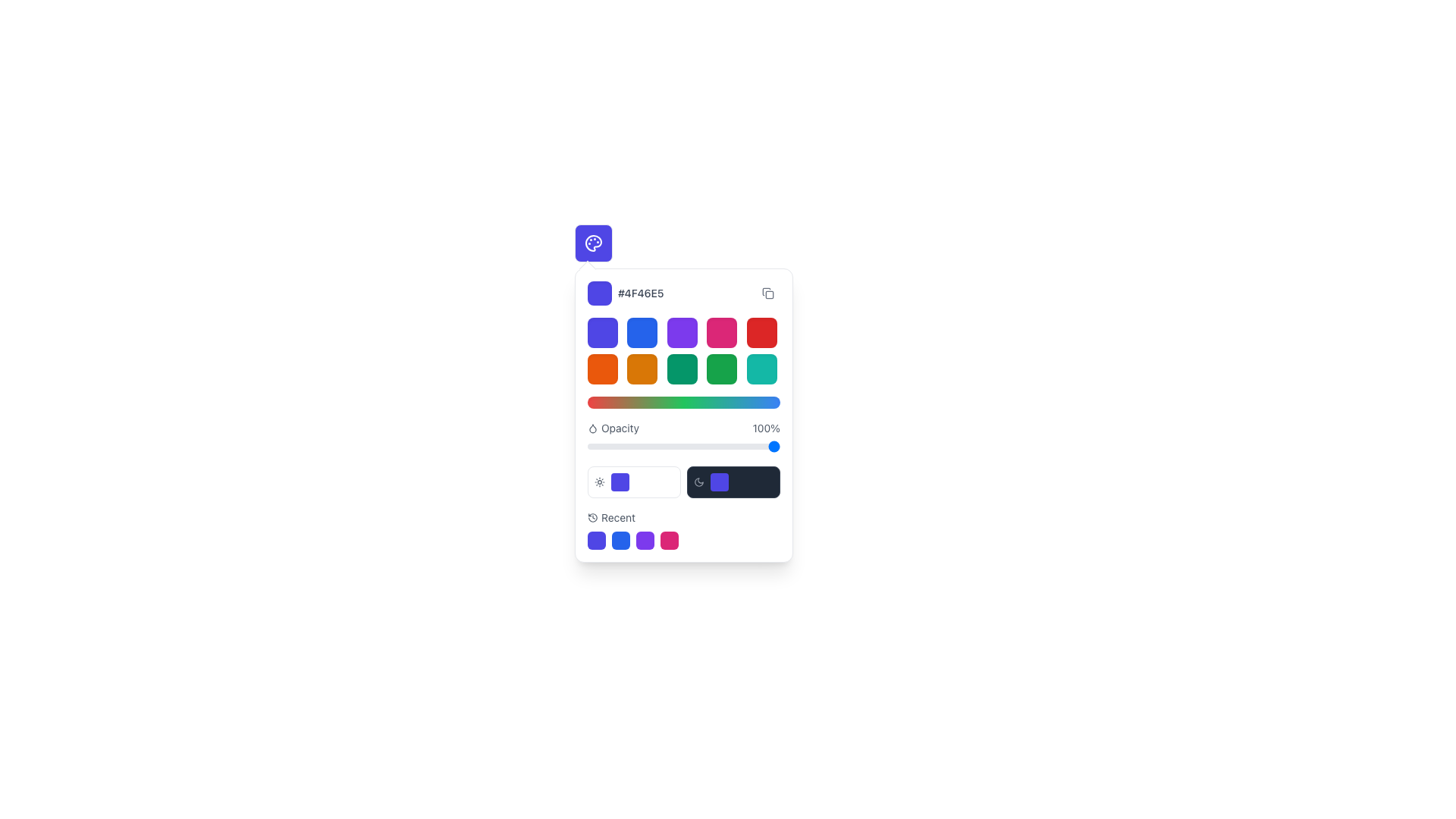 The width and height of the screenshot is (1456, 819). I want to click on the opacity slider, so click(743, 446).